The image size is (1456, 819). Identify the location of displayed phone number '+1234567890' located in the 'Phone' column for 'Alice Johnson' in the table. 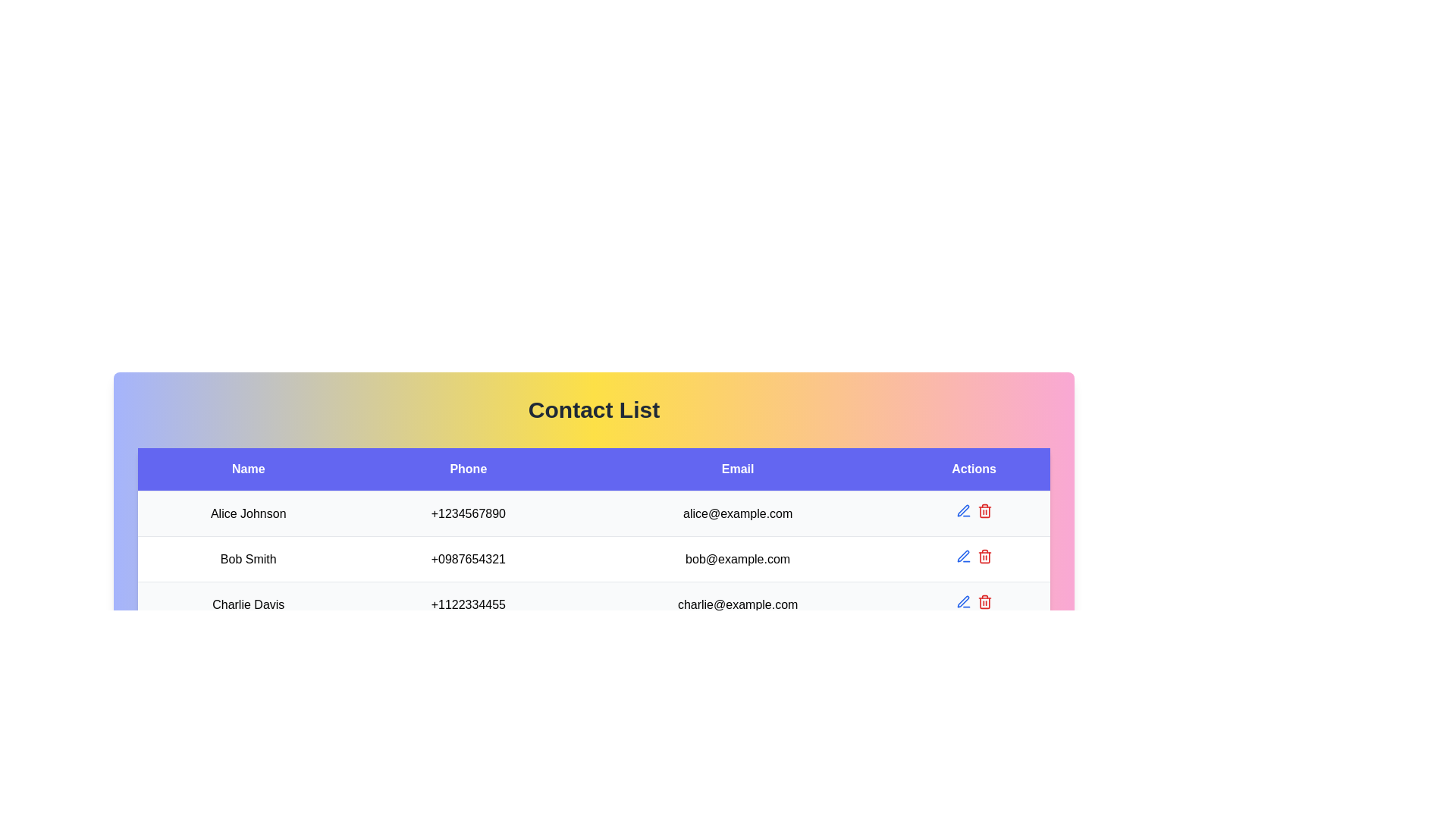
(467, 513).